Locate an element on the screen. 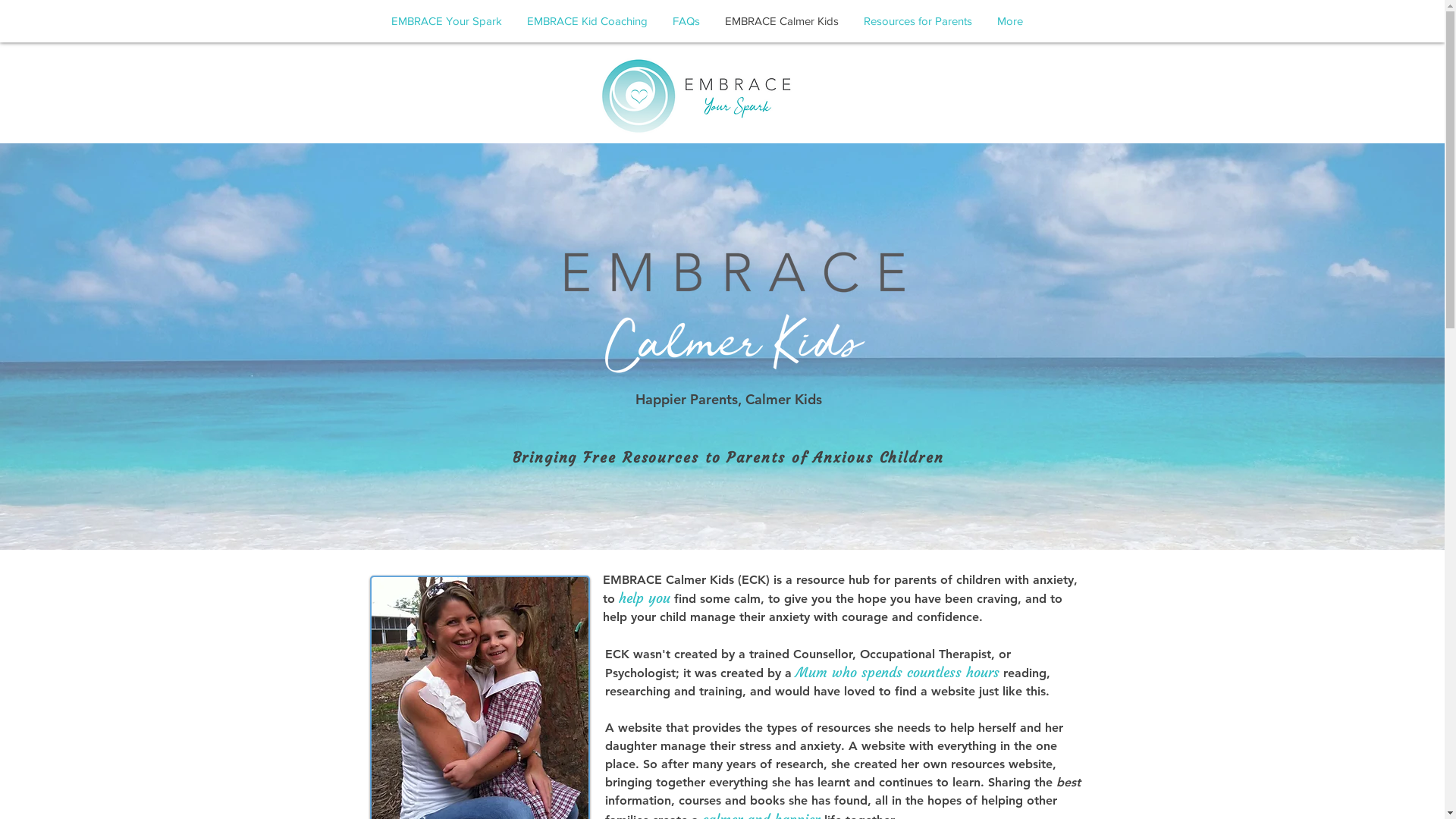 The height and width of the screenshot is (819, 1456). 'FAQs' is located at coordinates (685, 20).